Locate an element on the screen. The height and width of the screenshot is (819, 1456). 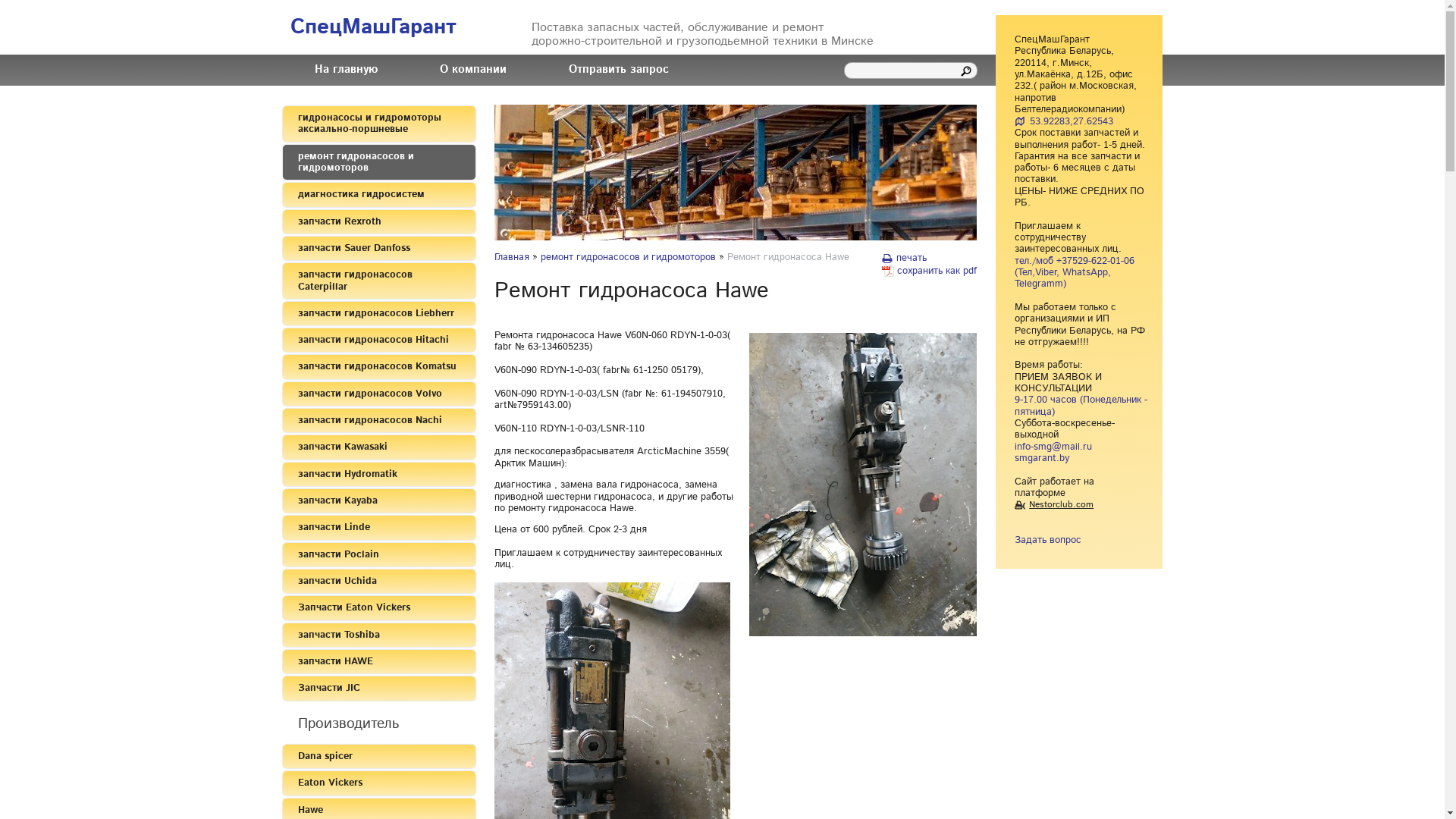
'smgarant.by' is located at coordinates (1015, 457).